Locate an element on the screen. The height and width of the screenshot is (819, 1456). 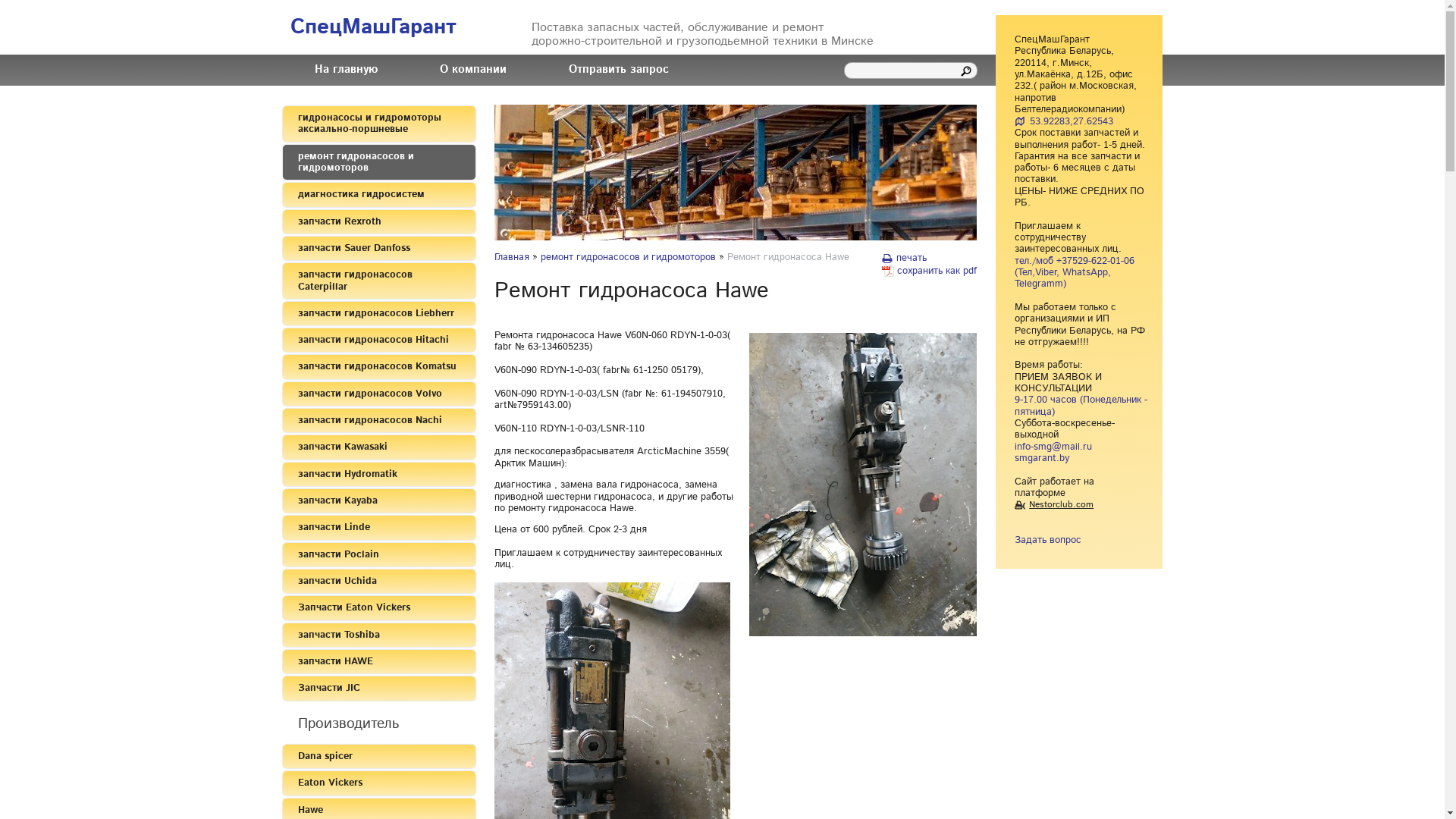
'smgarant.by' is located at coordinates (1015, 457).